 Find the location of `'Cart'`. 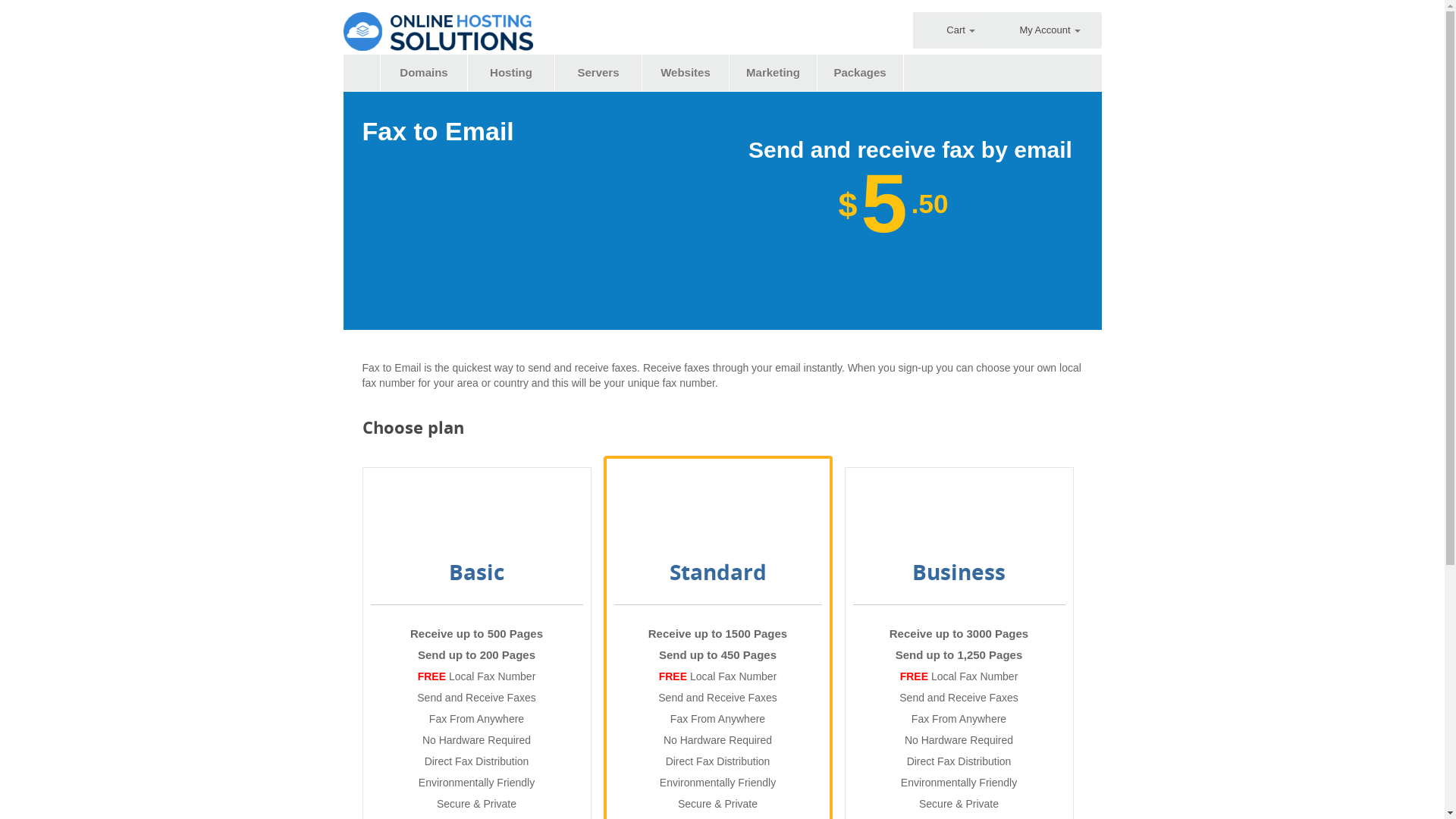

'Cart' is located at coordinates (920, 30).